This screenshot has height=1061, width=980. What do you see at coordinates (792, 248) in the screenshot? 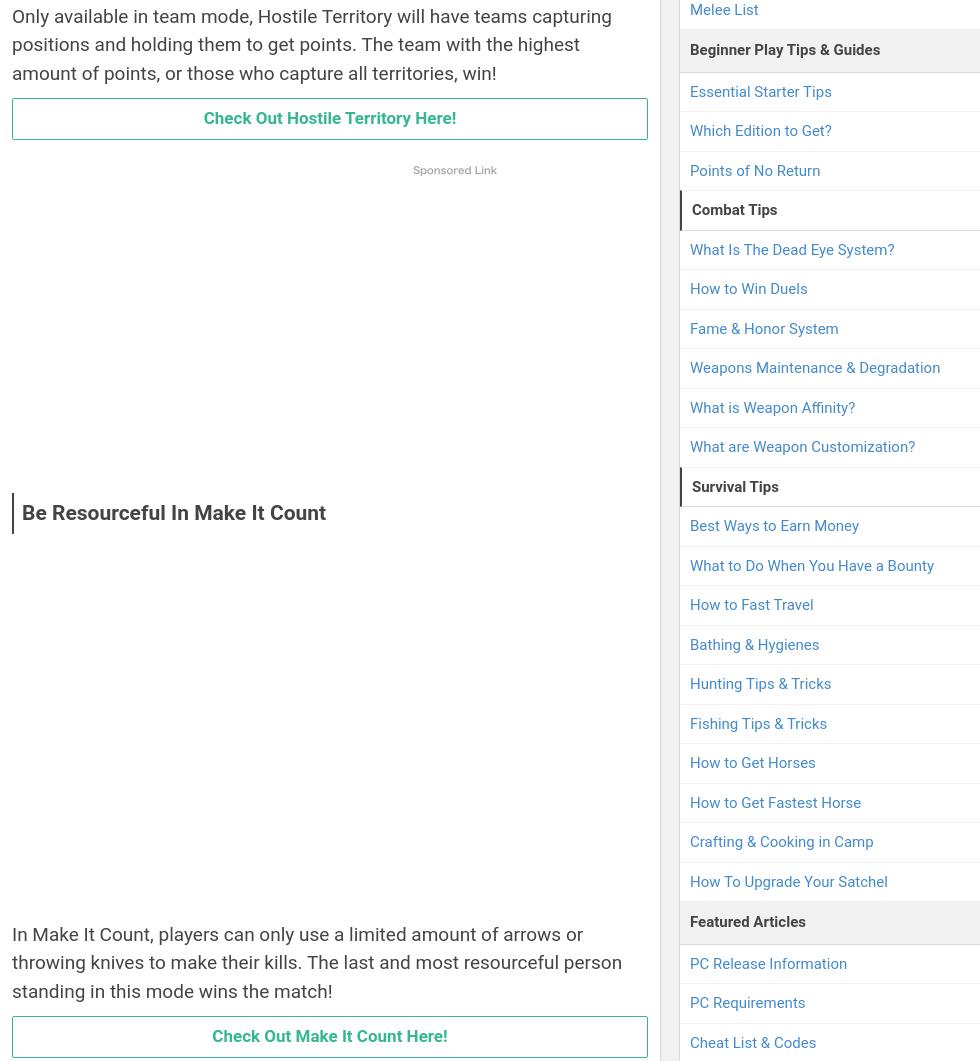
I see `'What Is The Dead Eye System?'` at bounding box center [792, 248].